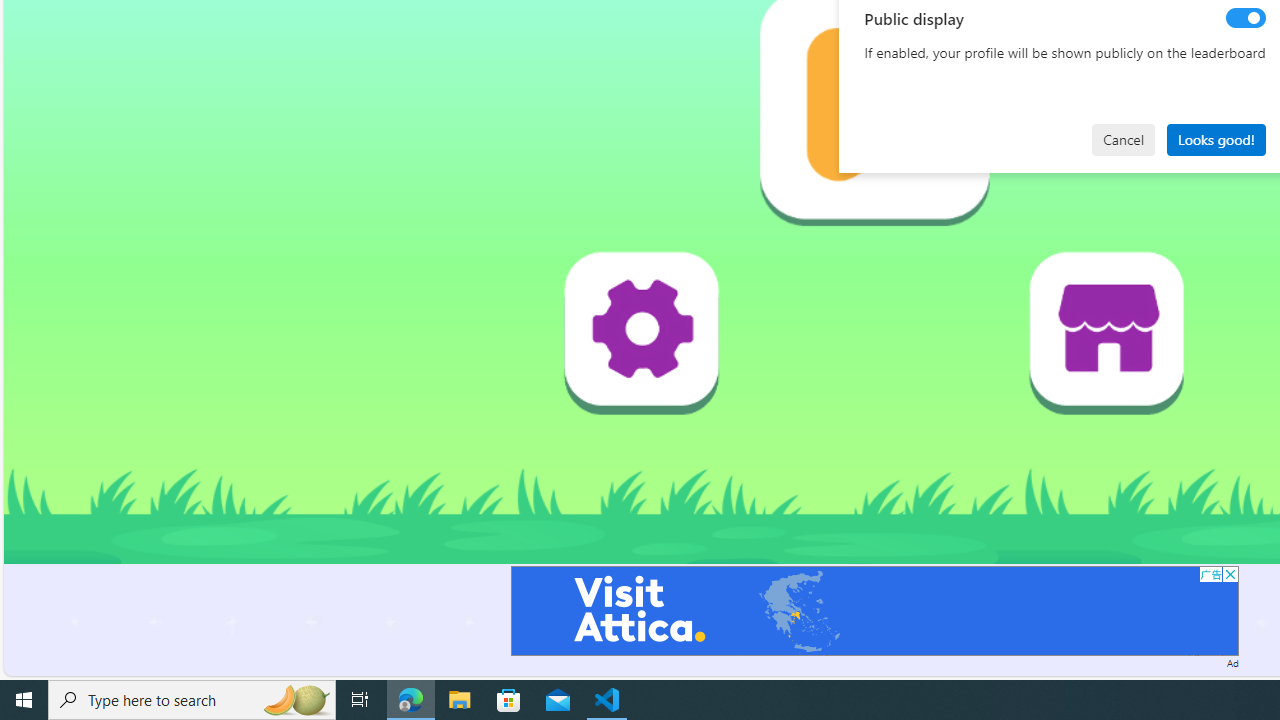 The image size is (1280, 720). I want to click on 'Advertisement', so click(874, 609).